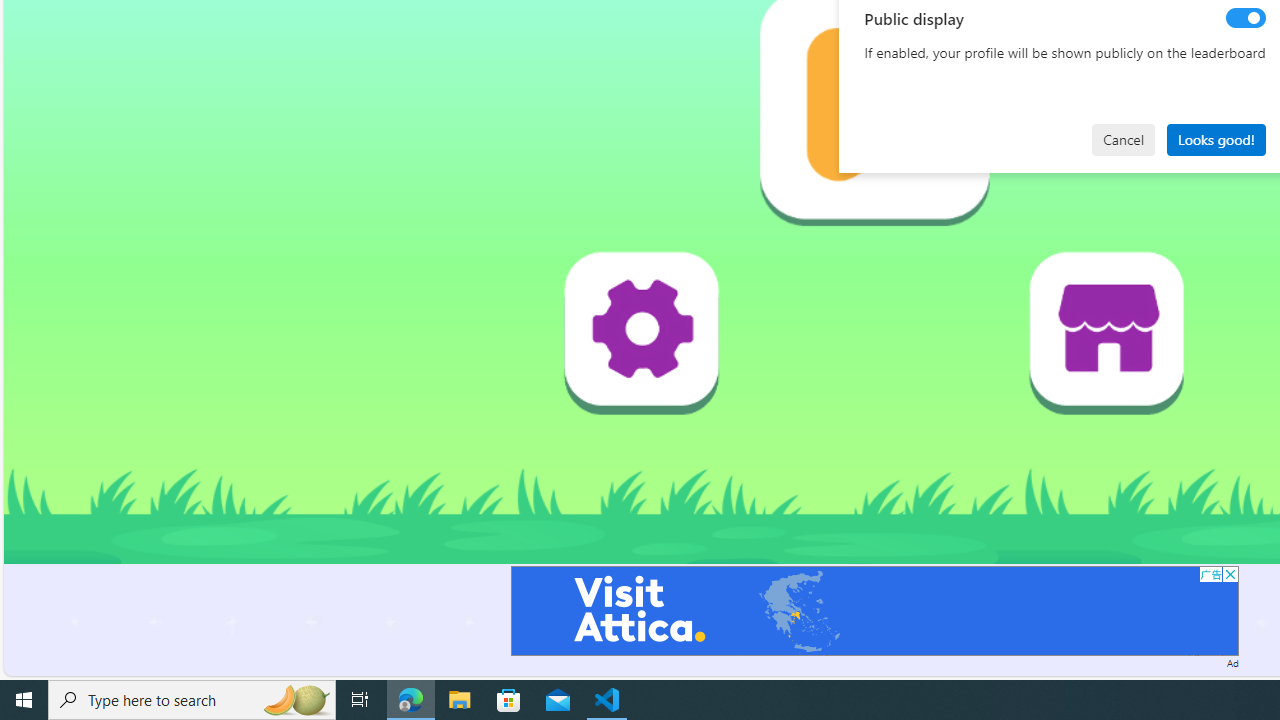 The image size is (1280, 720). I want to click on 'Advertisement', so click(874, 609).